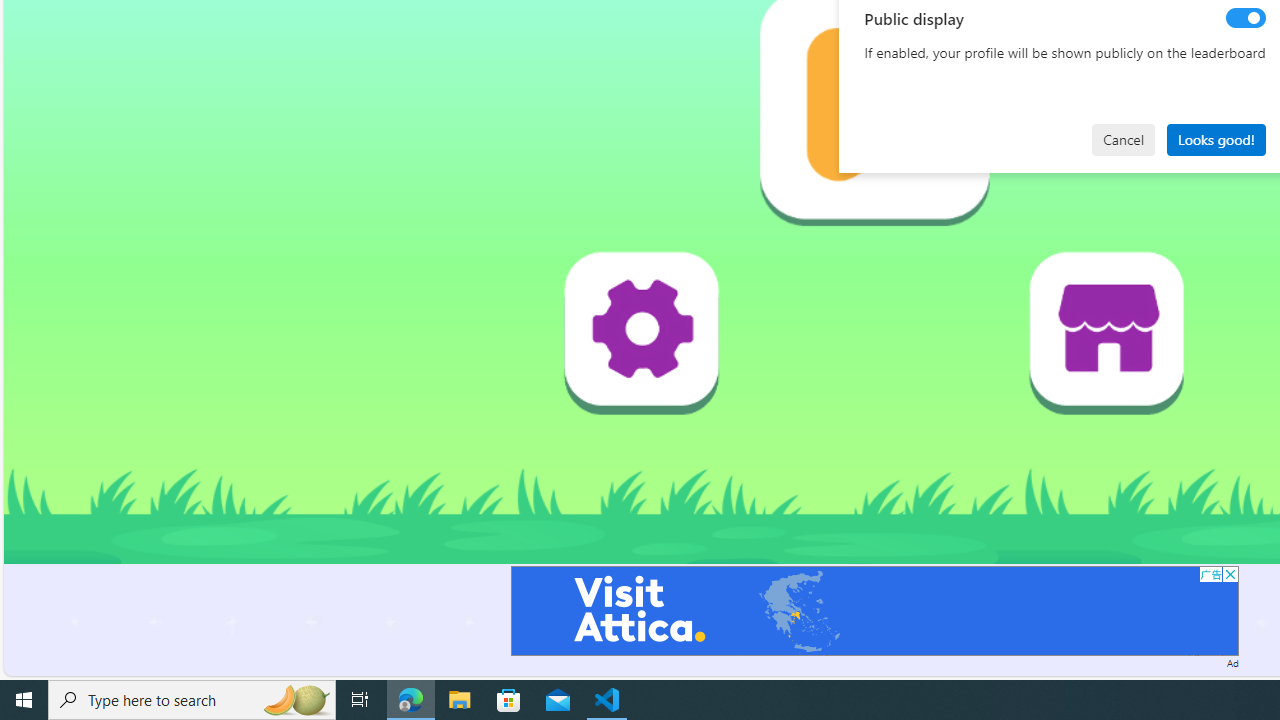 The image size is (1280, 720). I want to click on 'Advertisement', so click(874, 609).